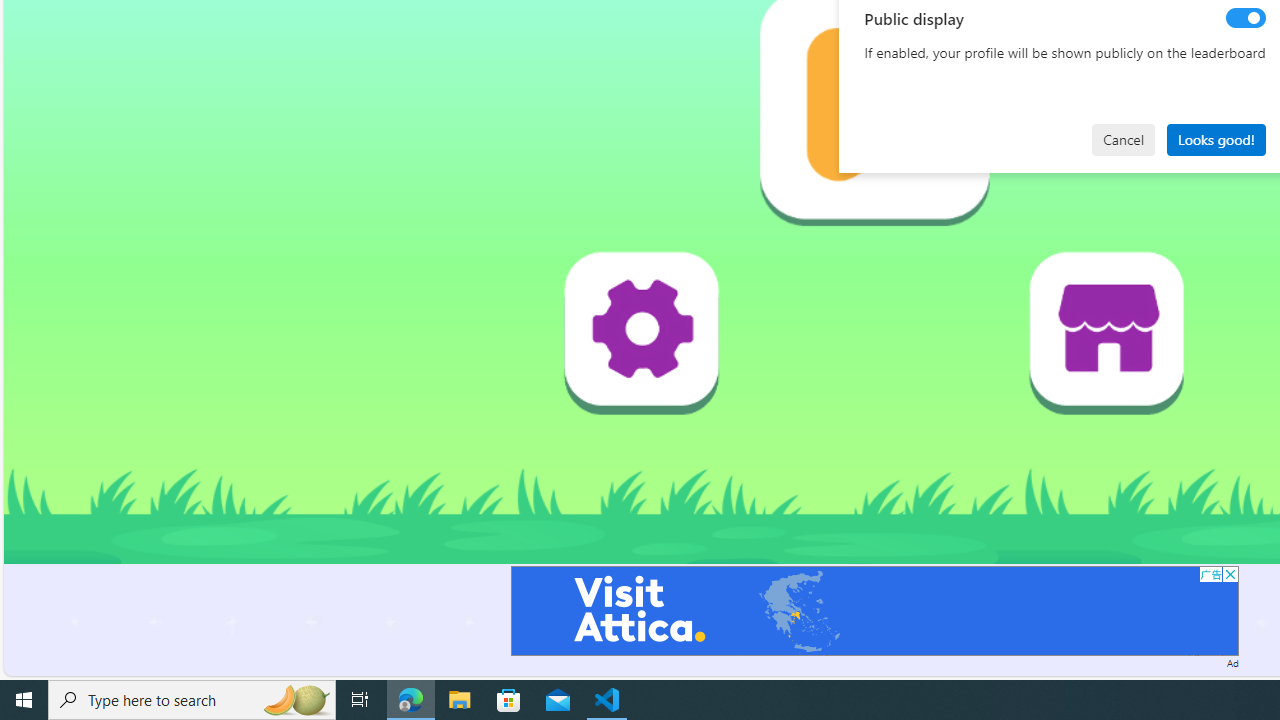 The image size is (1280, 720). I want to click on 'Advertisement', so click(874, 609).